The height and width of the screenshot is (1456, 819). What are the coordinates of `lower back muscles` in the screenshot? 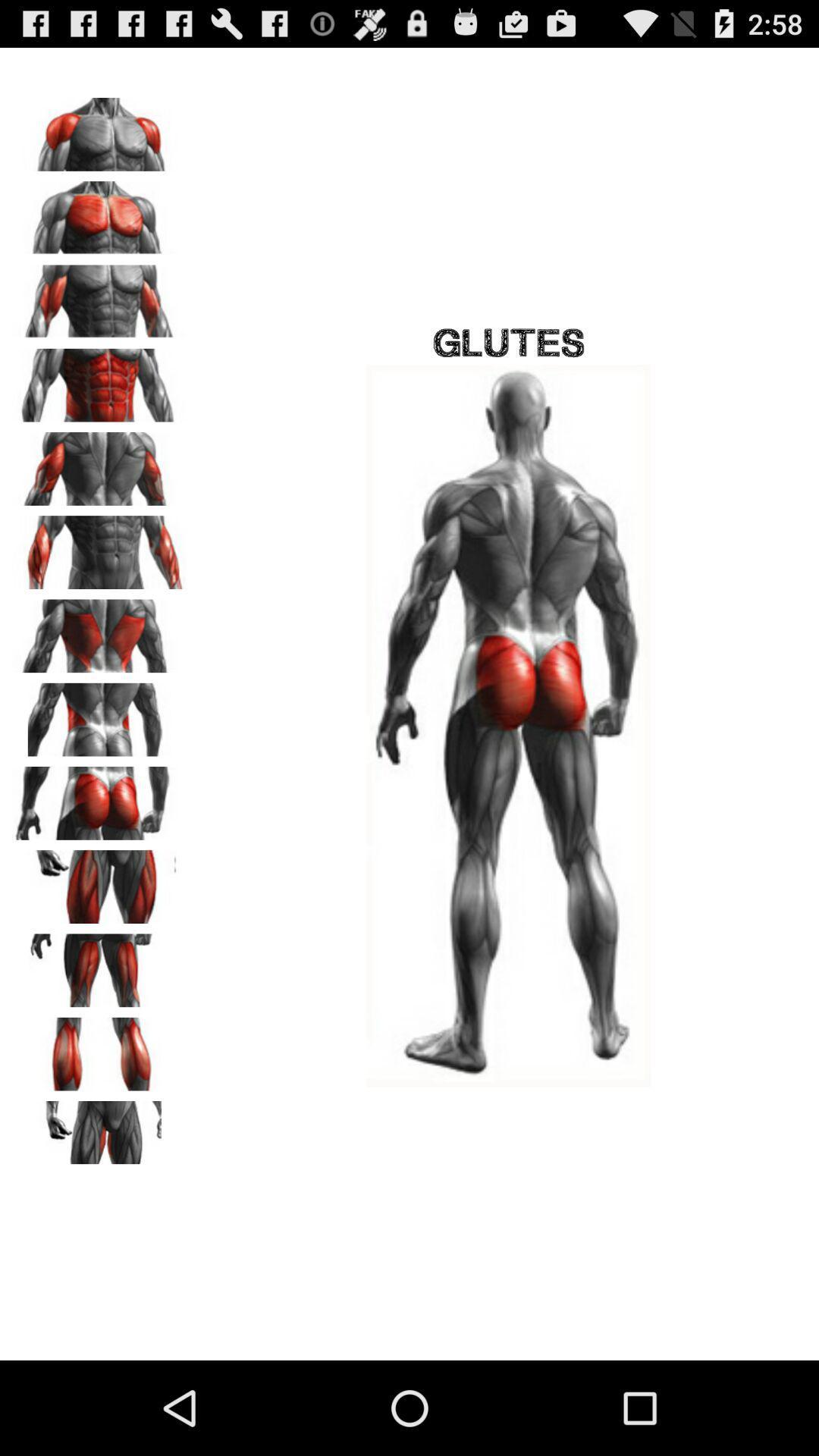 It's located at (99, 714).